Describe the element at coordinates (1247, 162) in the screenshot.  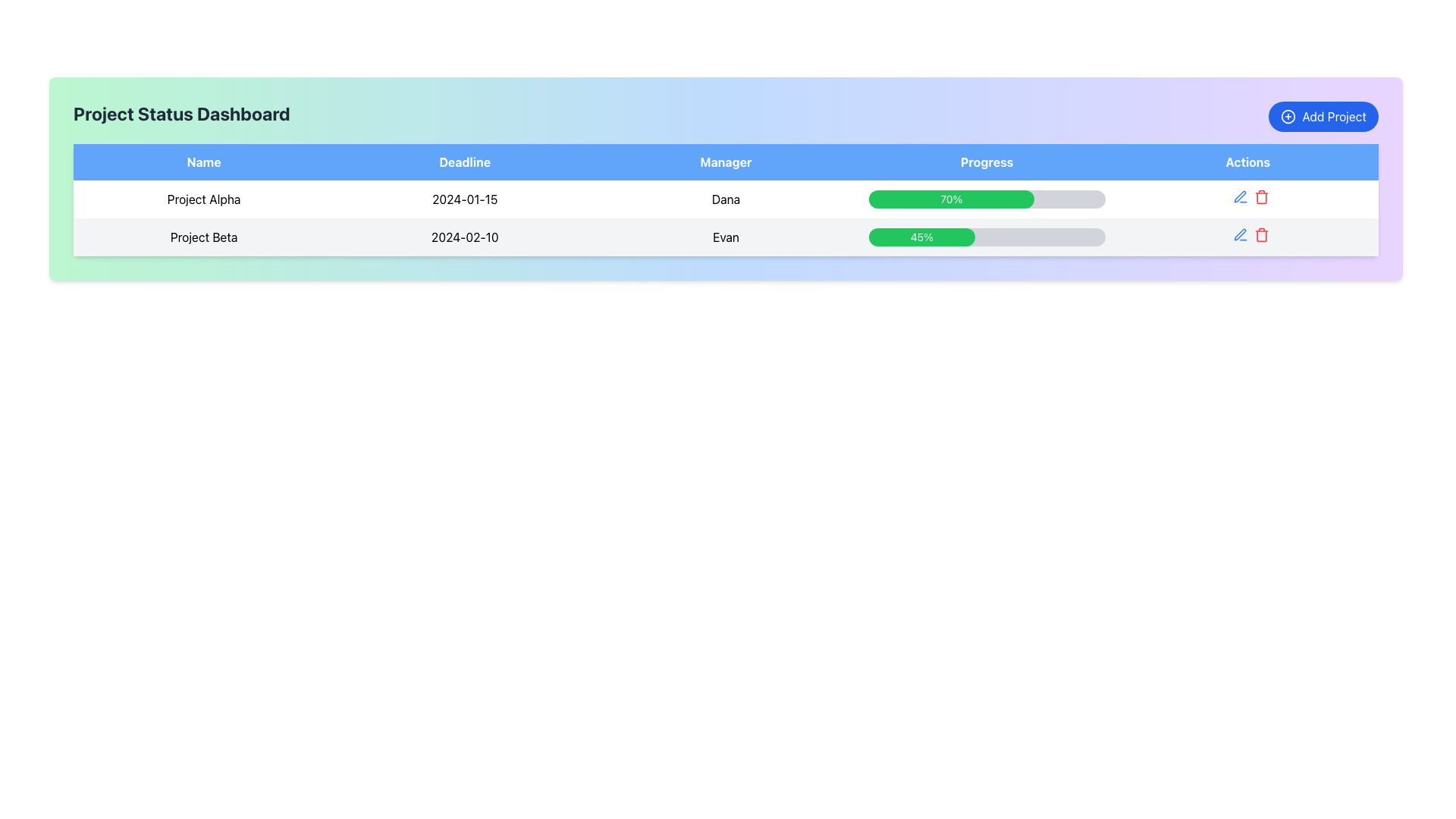
I see `the blue rectangular area labeled 'Actions', which is the fifth column header of the table, aligned at the top-right adjacent to the 'Progress' column header` at that location.